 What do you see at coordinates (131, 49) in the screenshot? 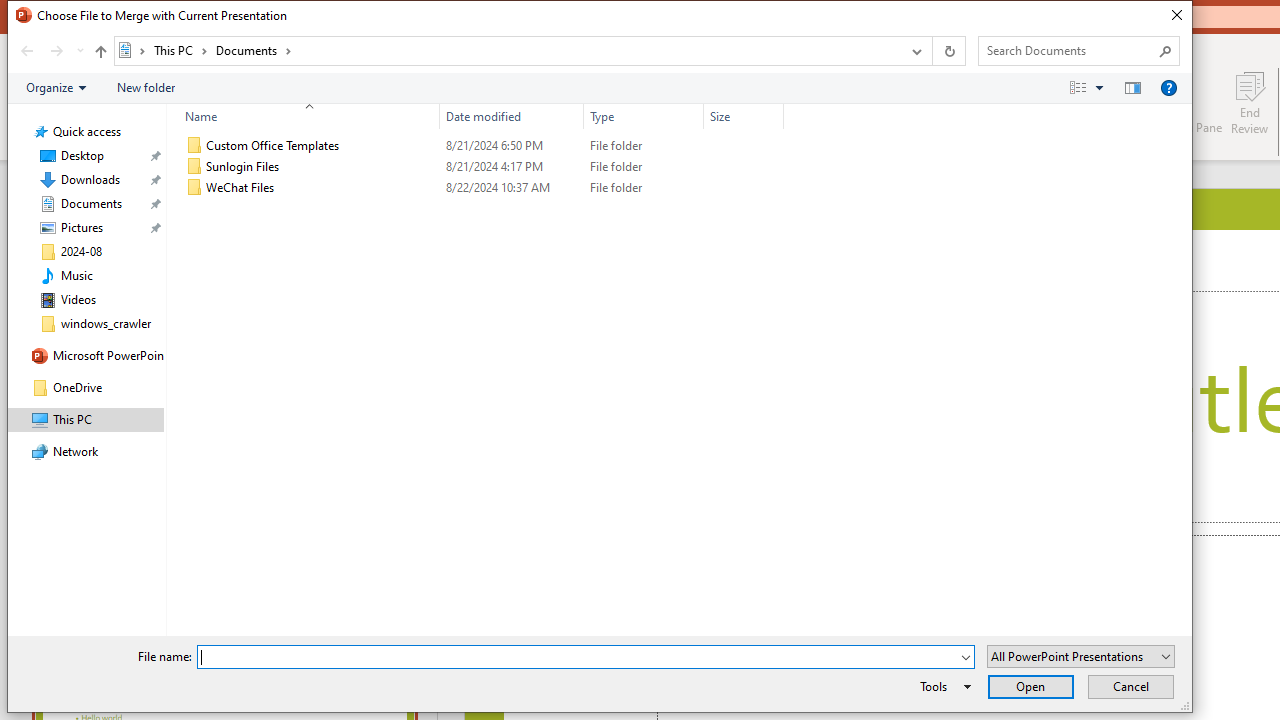
I see `'All locations'` at bounding box center [131, 49].